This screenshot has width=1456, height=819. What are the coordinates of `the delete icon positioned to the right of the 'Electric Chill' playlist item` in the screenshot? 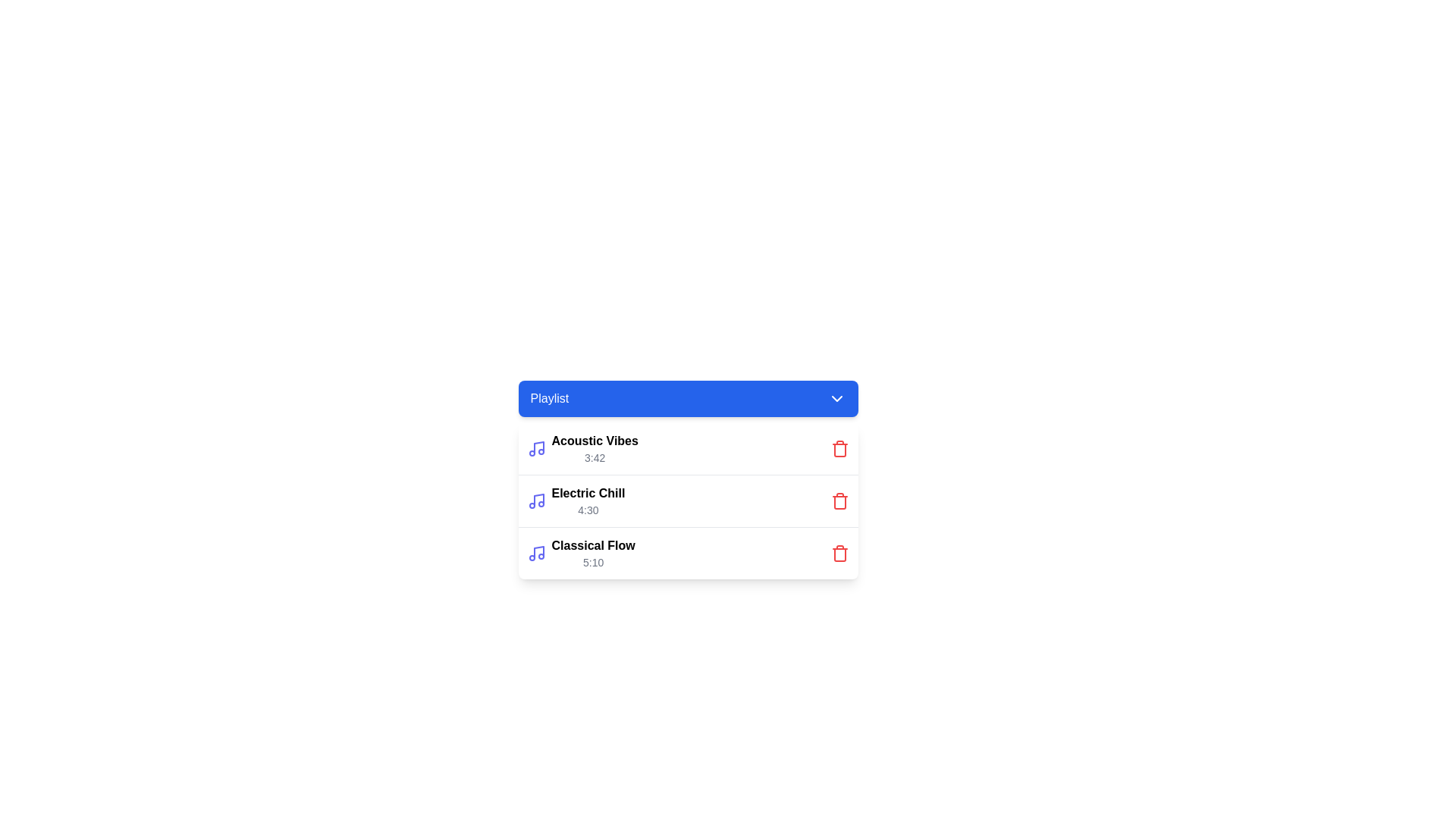 It's located at (839, 503).